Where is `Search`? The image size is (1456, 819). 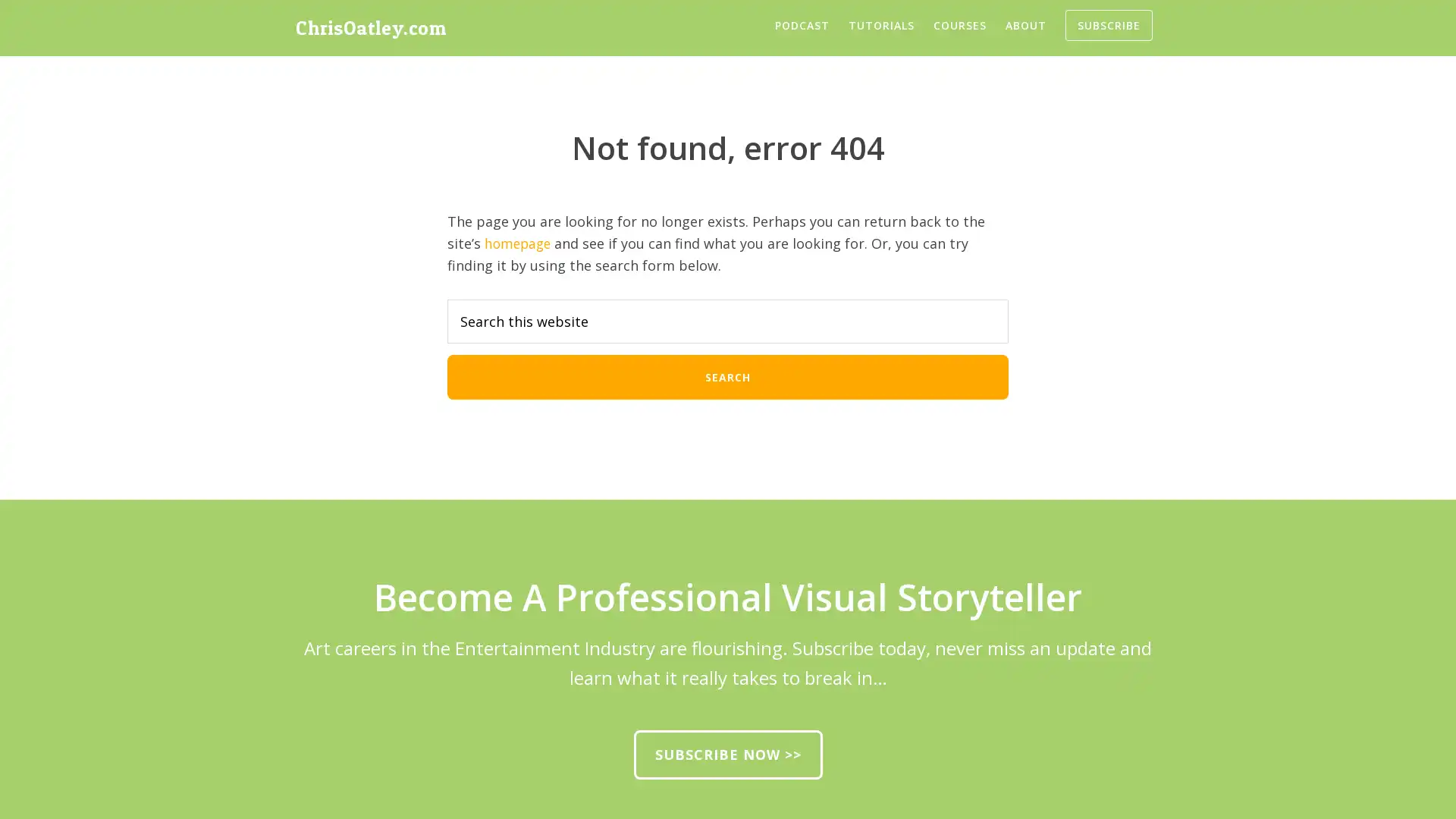
Search is located at coordinates (728, 375).